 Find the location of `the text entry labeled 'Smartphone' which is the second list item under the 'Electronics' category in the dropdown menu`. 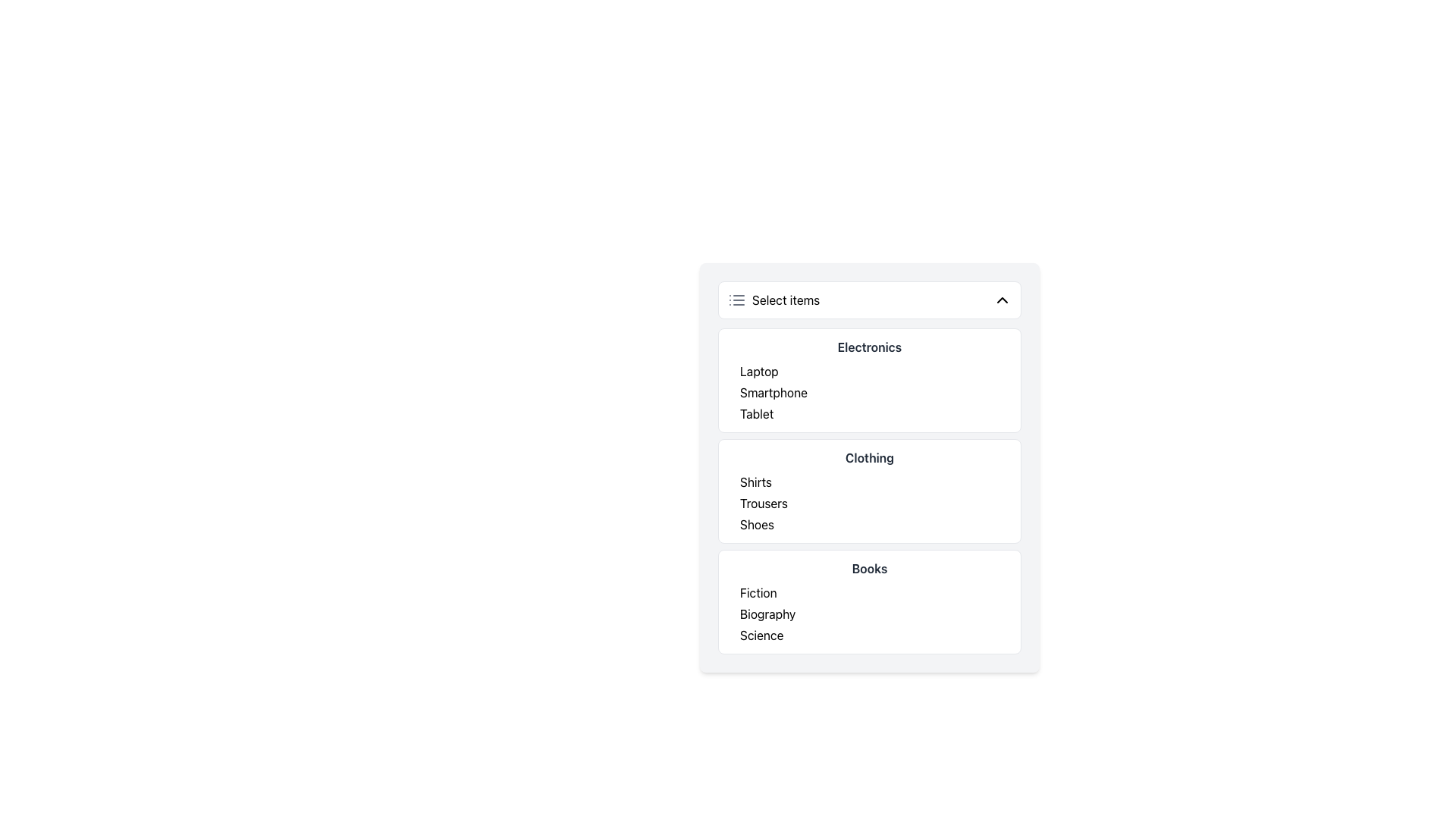

the text entry labeled 'Smartphone' which is the second list item under the 'Electronics' category in the dropdown menu is located at coordinates (773, 391).